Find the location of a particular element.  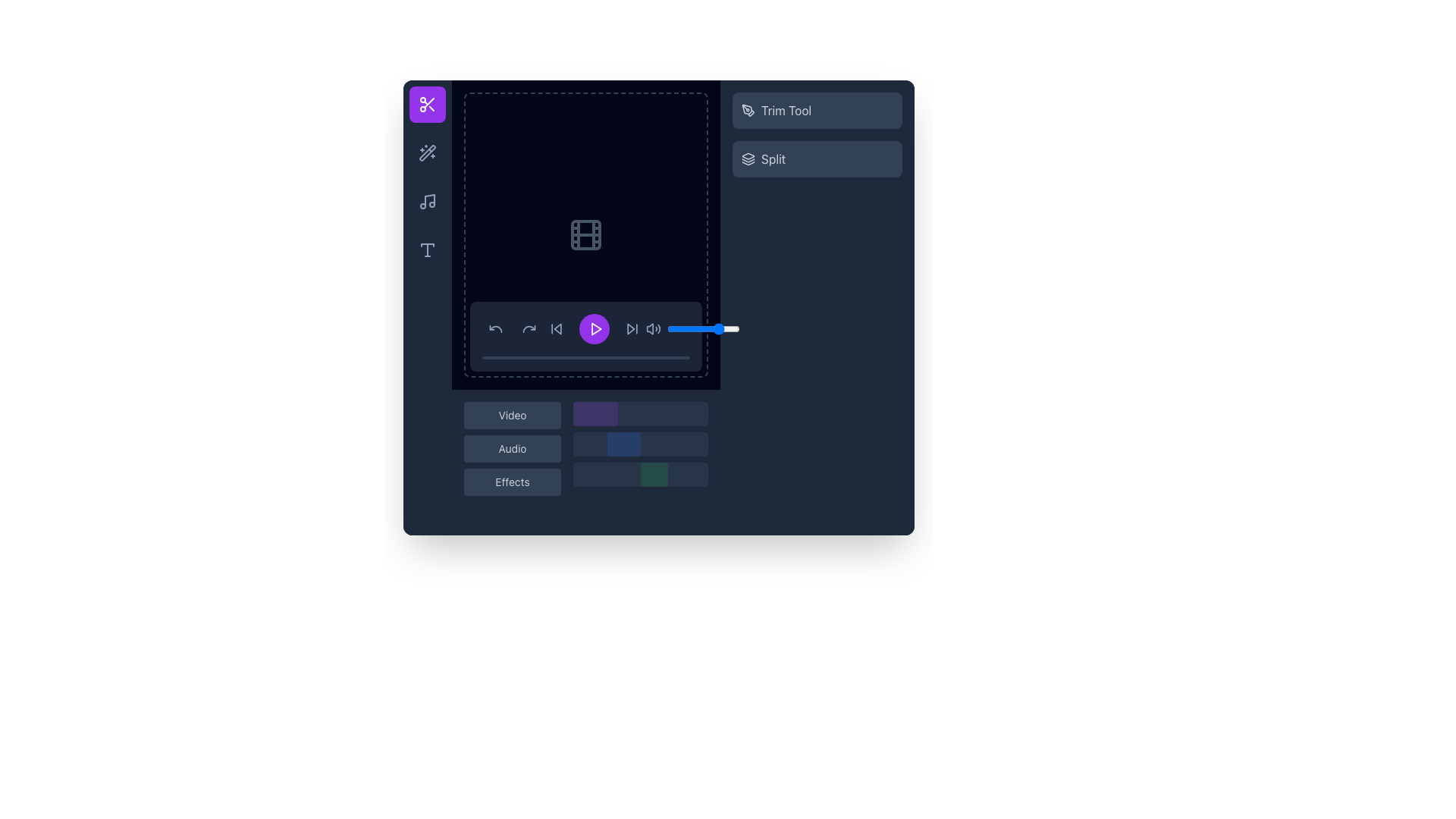

the 'skip forward' button located in the toolbar at the bottom of the interface, positioned to the right of the purple play button and left of the speaker icon, to skip forward is located at coordinates (632, 328).